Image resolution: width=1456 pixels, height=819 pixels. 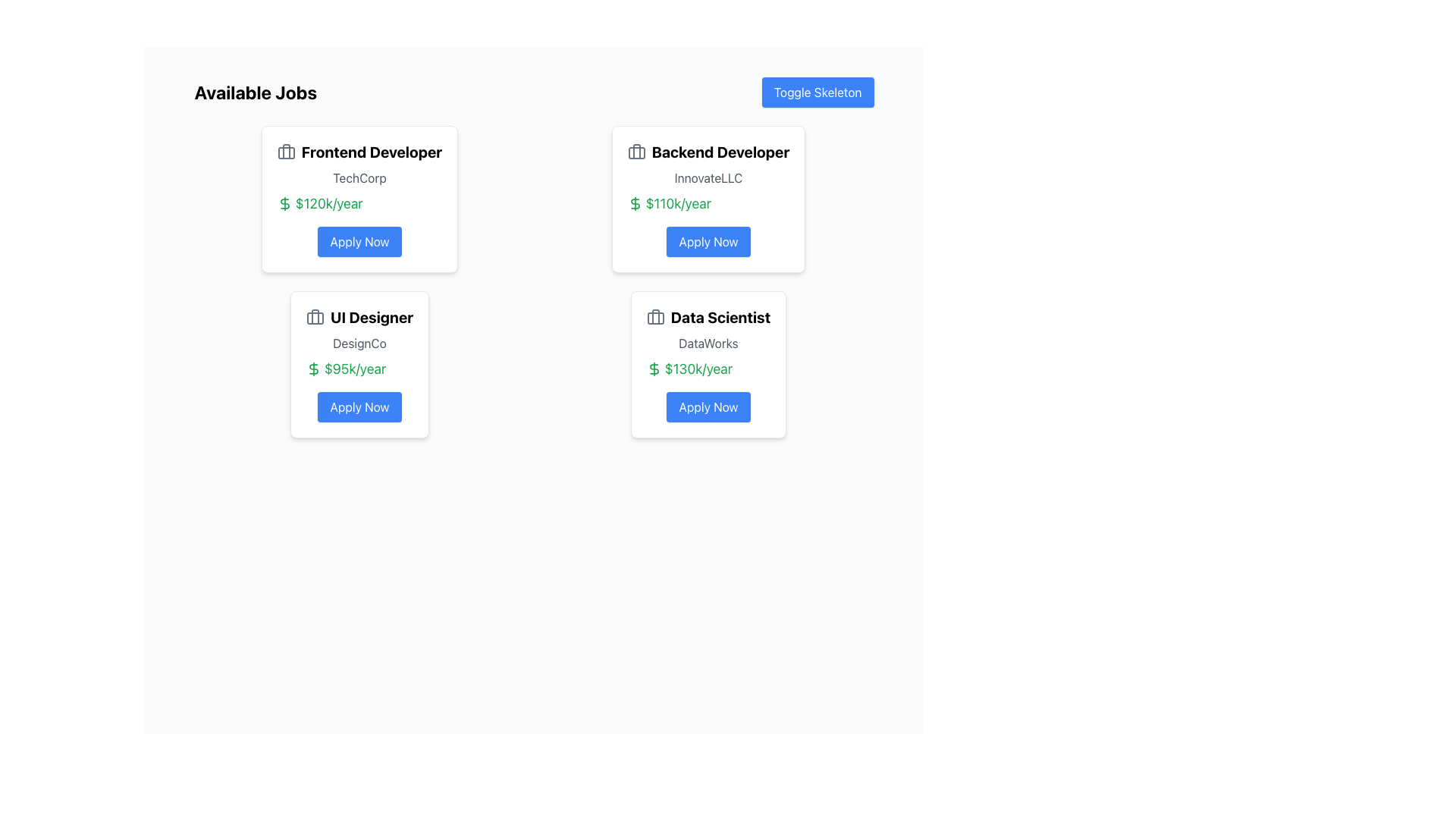 What do you see at coordinates (635, 203) in the screenshot?
I see `the green dollar sign icon located to the left of the salary text '$110k/year' in the 'Backend Developer' card` at bounding box center [635, 203].